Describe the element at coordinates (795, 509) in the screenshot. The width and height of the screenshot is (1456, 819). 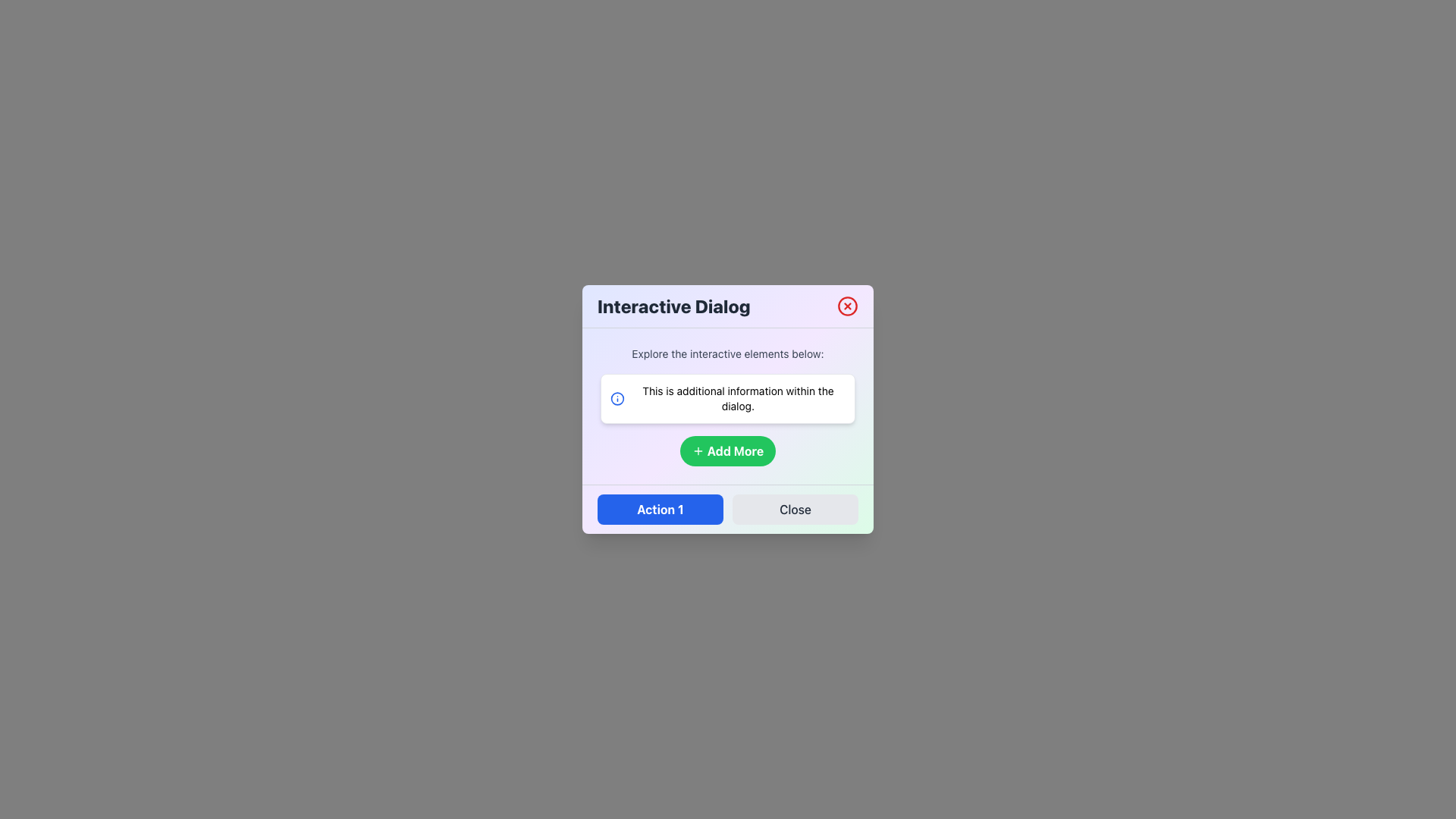
I see `the button located at the bottom-right of the dialog box, immediately to the right of the 'Action 1' button` at that location.